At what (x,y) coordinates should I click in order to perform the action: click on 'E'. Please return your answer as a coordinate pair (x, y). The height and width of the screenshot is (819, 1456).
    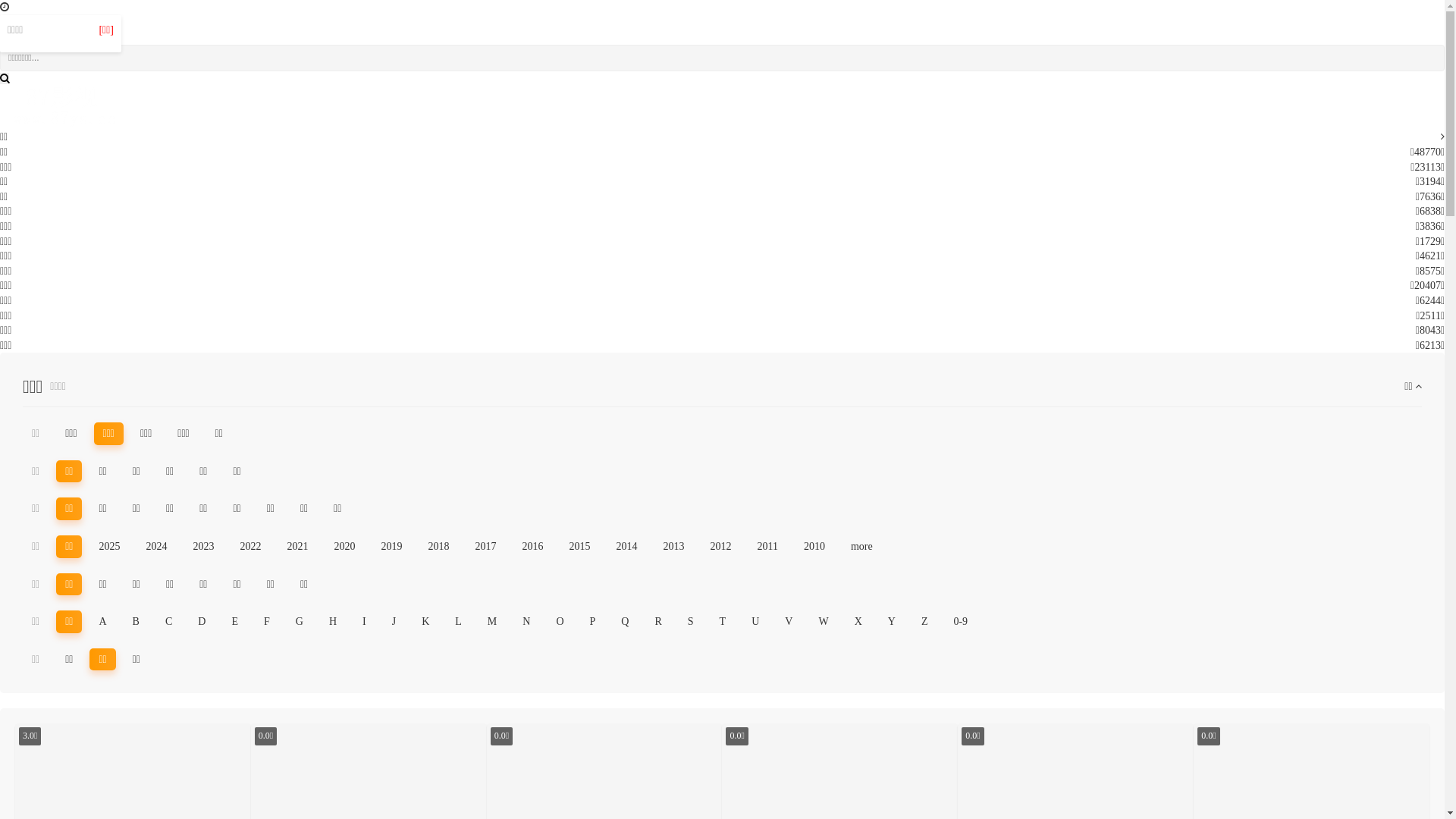
    Looking at the image, I should click on (234, 622).